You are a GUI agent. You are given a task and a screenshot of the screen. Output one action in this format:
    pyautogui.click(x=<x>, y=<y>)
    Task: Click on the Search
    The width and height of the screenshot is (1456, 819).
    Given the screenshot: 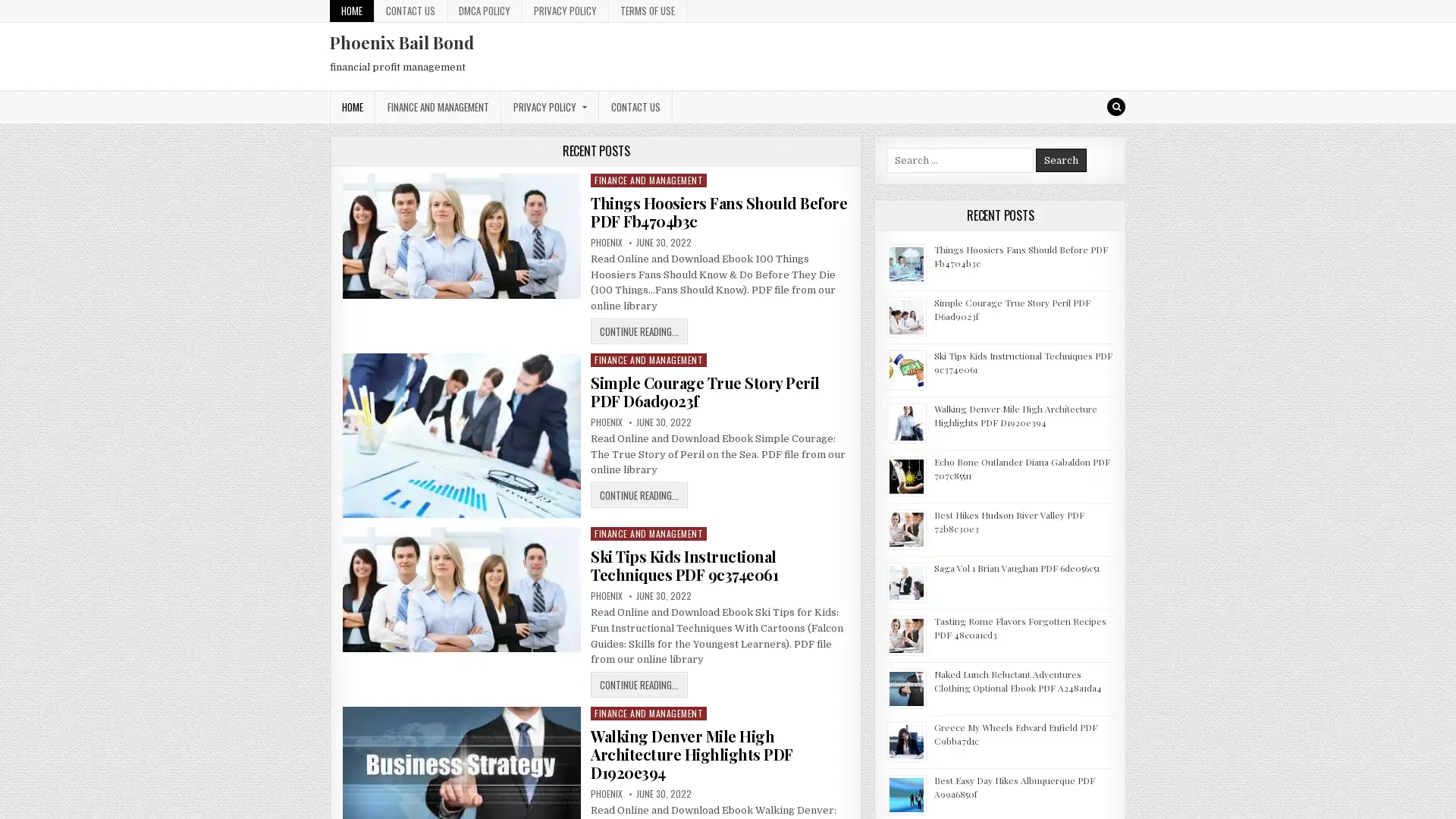 What is the action you would take?
    pyautogui.click(x=1060, y=160)
    